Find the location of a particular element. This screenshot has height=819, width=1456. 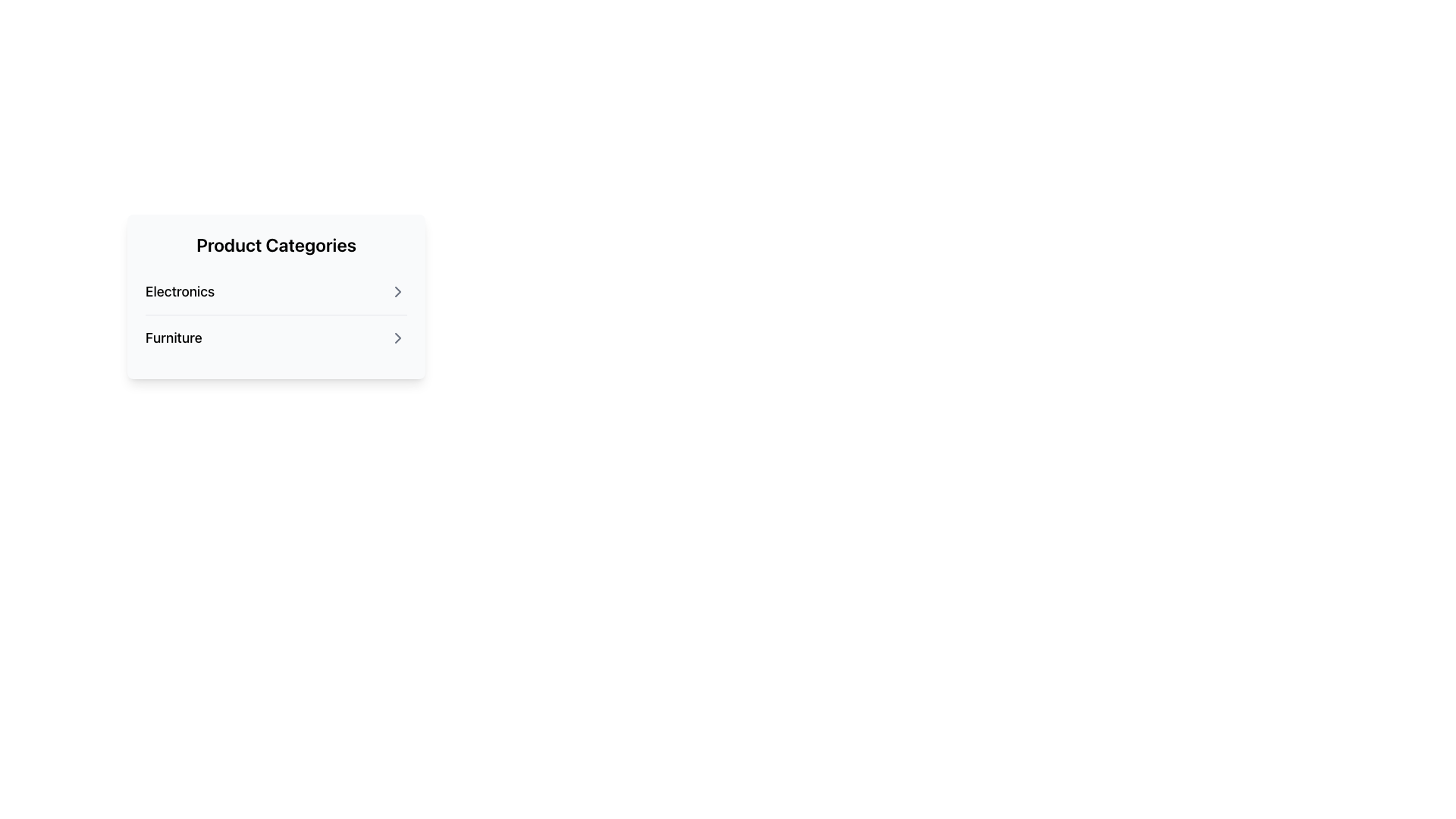

the bold, large-sized text displaying 'Product Categories' which is styled with extra spacing below it and located at the top of a card-like box is located at coordinates (276, 244).